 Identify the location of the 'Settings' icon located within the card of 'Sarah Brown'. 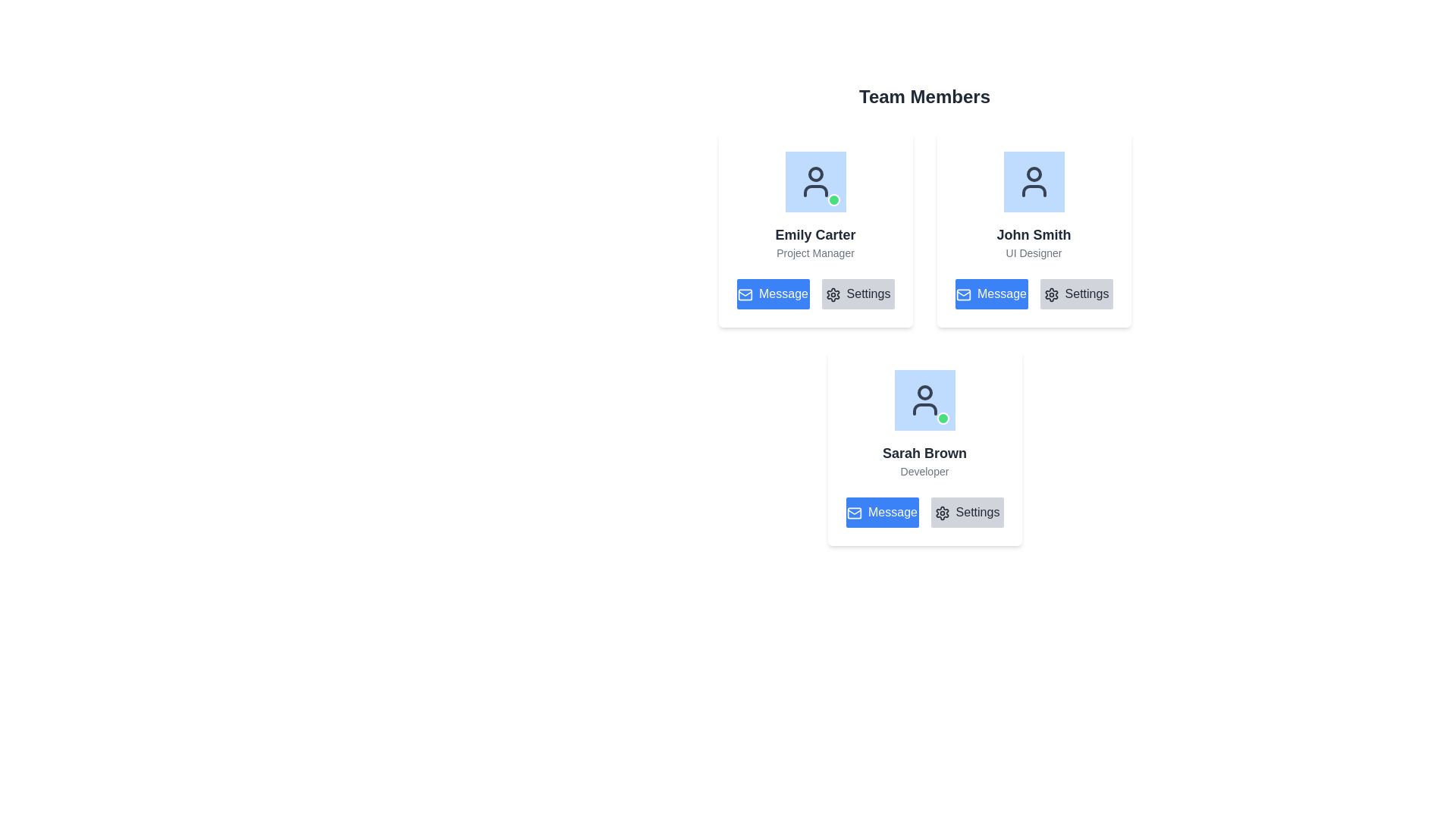
(941, 512).